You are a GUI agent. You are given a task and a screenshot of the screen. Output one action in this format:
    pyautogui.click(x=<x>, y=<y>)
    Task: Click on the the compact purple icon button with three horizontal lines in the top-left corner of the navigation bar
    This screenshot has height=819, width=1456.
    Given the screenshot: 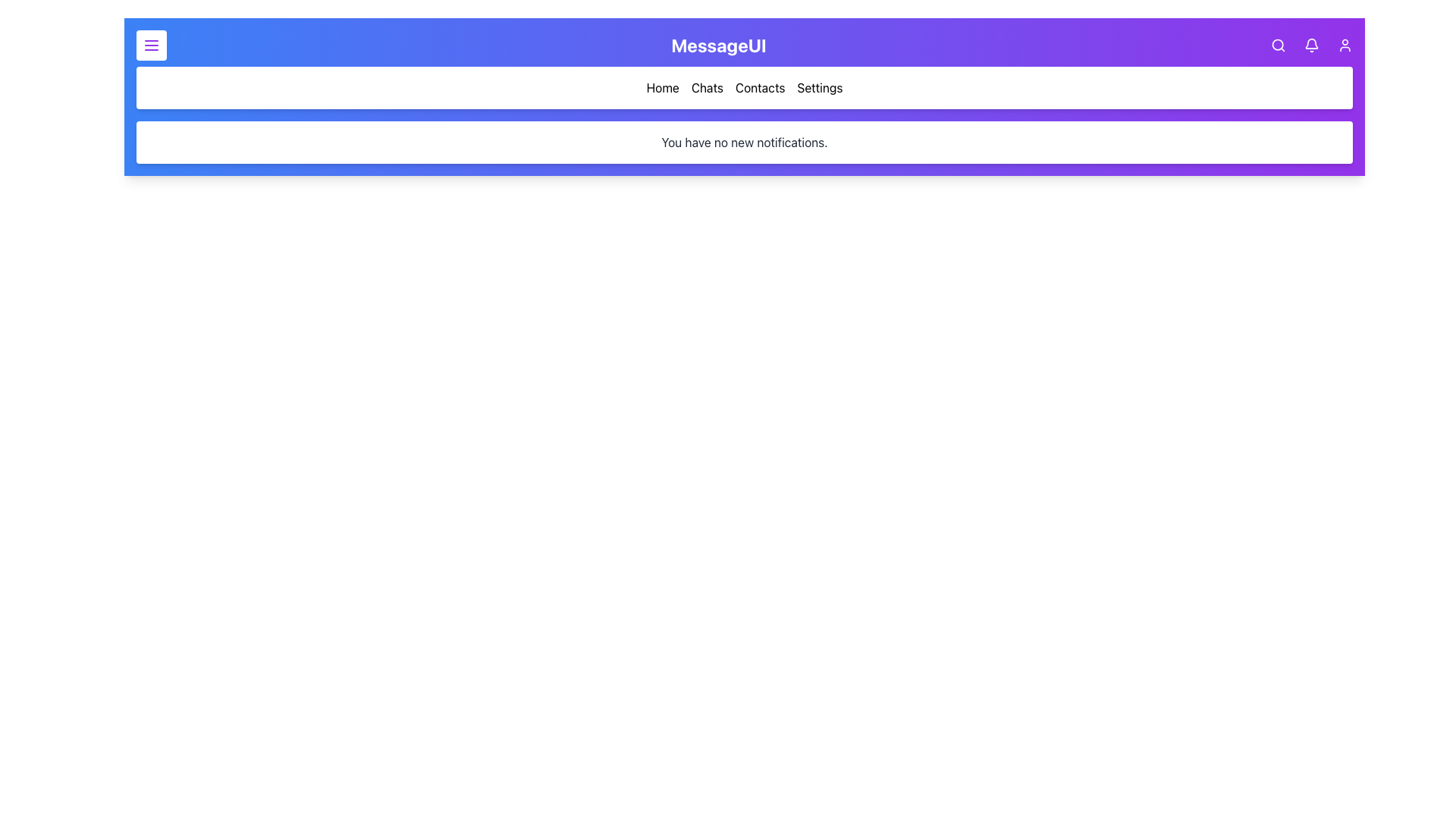 What is the action you would take?
    pyautogui.click(x=152, y=45)
    